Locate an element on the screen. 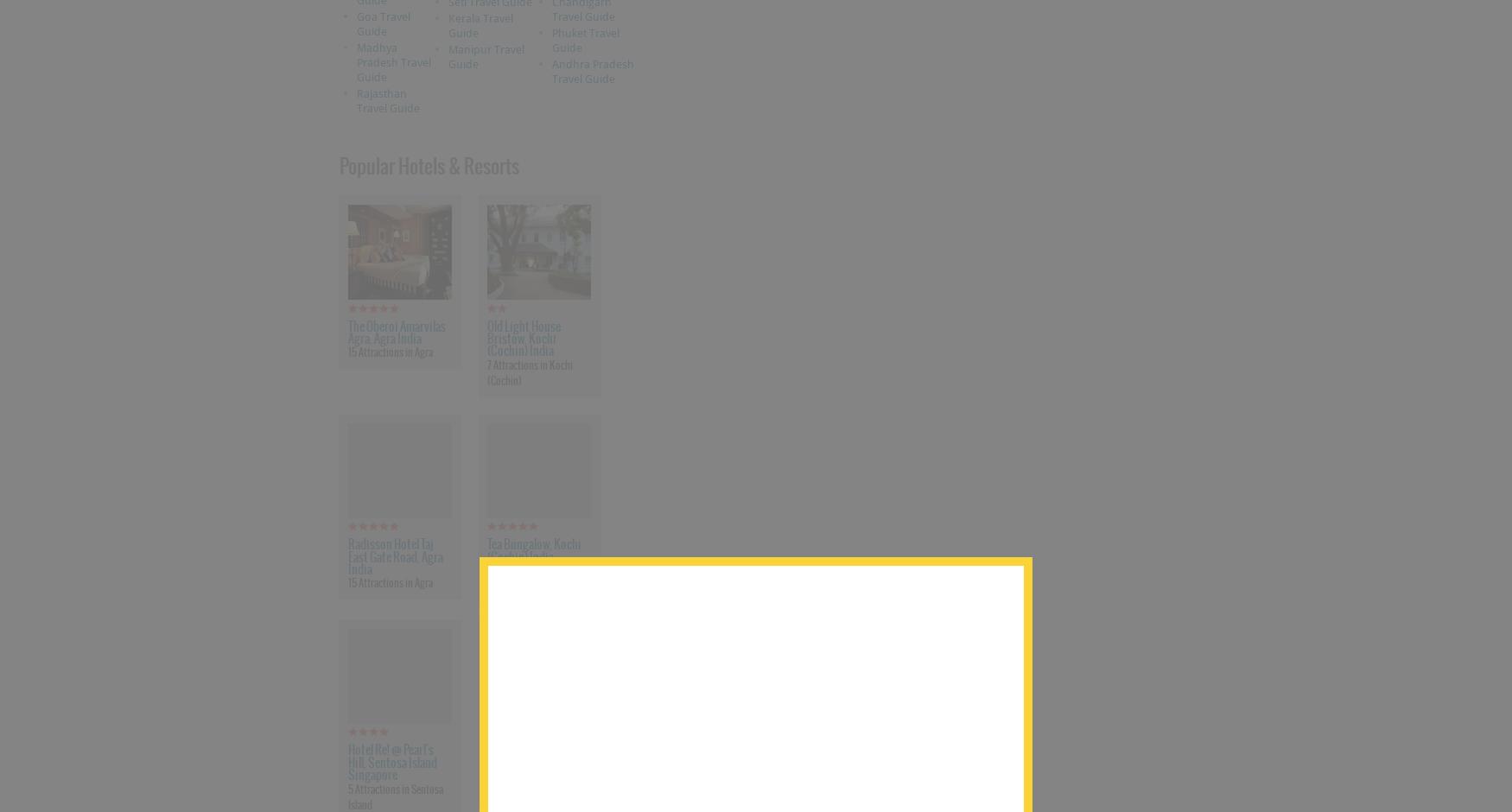 The image size is (1512, 812). 'Old Light House Bristow, Kochi (Cochin) India' is located at coordinates (523, 337).